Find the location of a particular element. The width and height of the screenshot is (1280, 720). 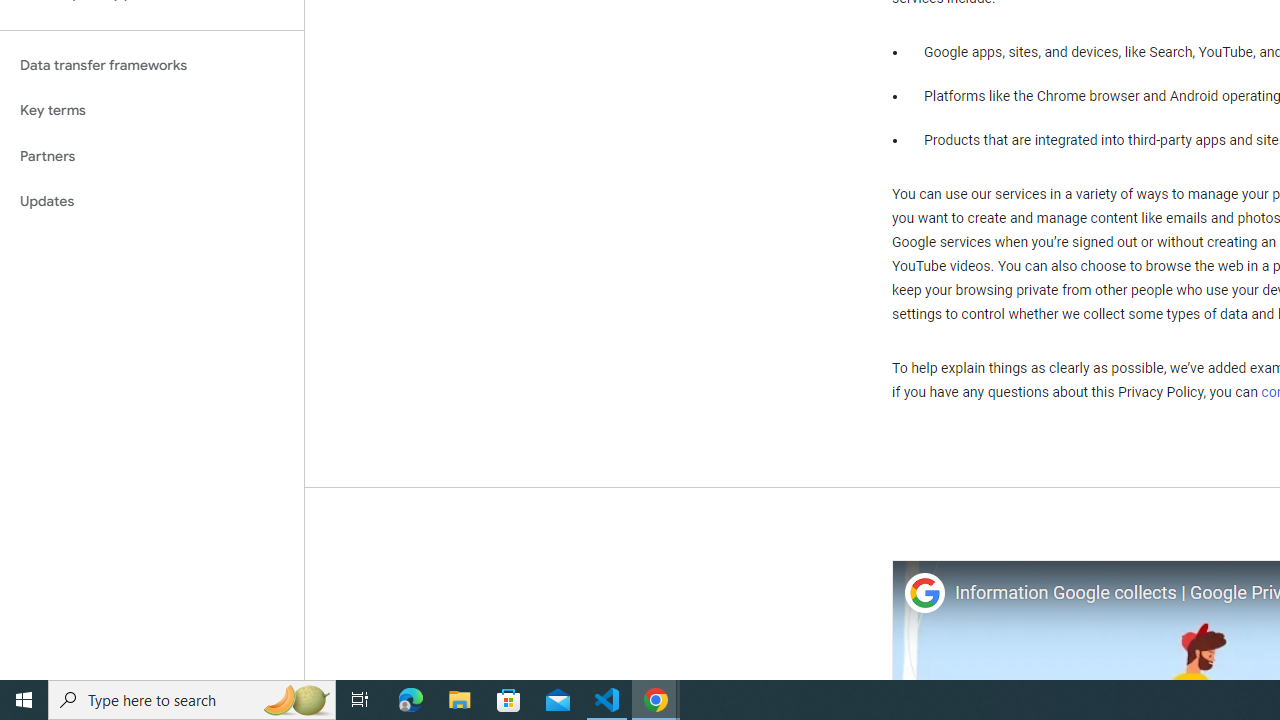

'Key terms' is located at coordinates (151, 110).